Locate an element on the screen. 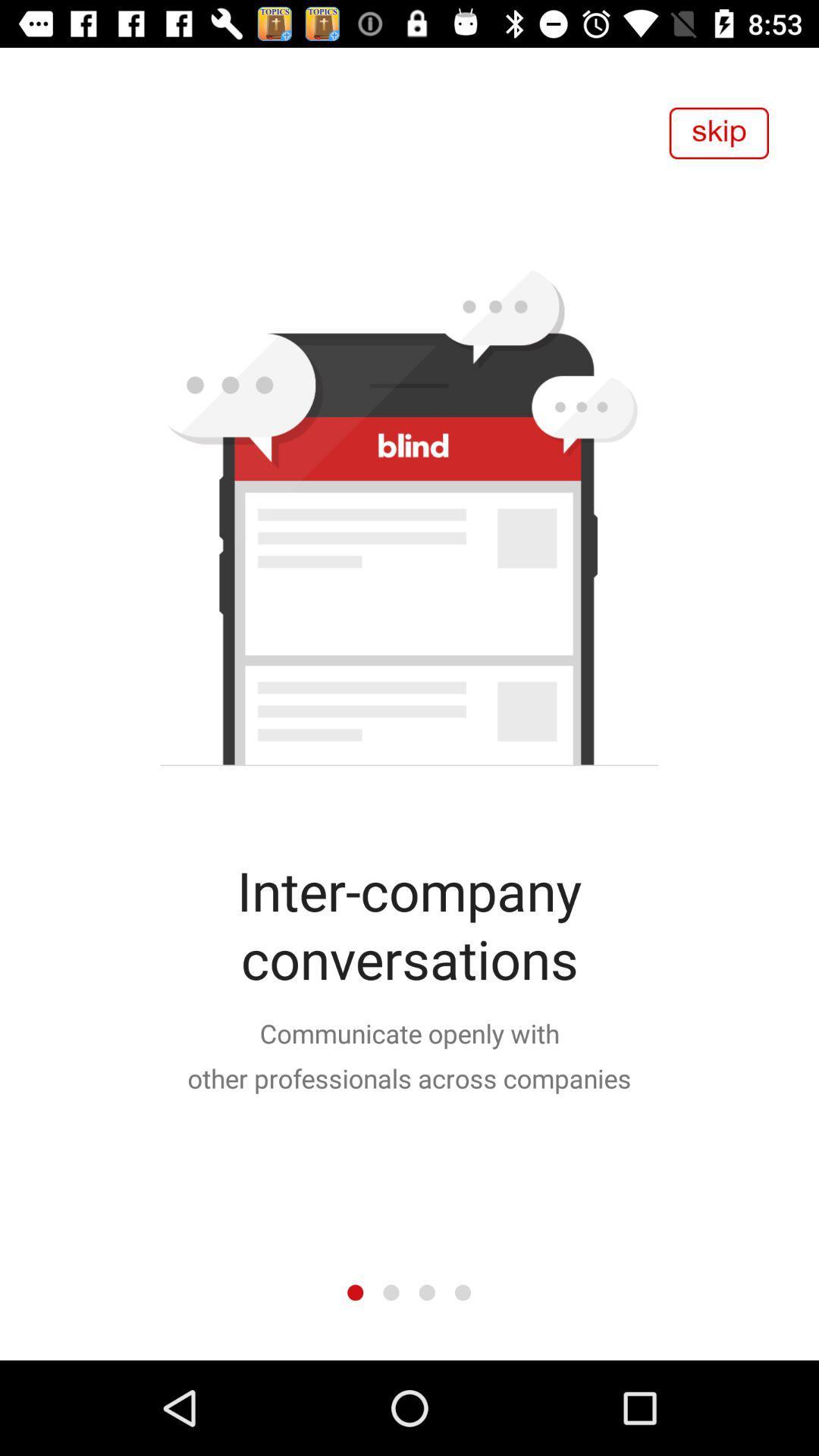 This screenshot has width=819, height=1456. skip to next is located at coordinates (718, 133).